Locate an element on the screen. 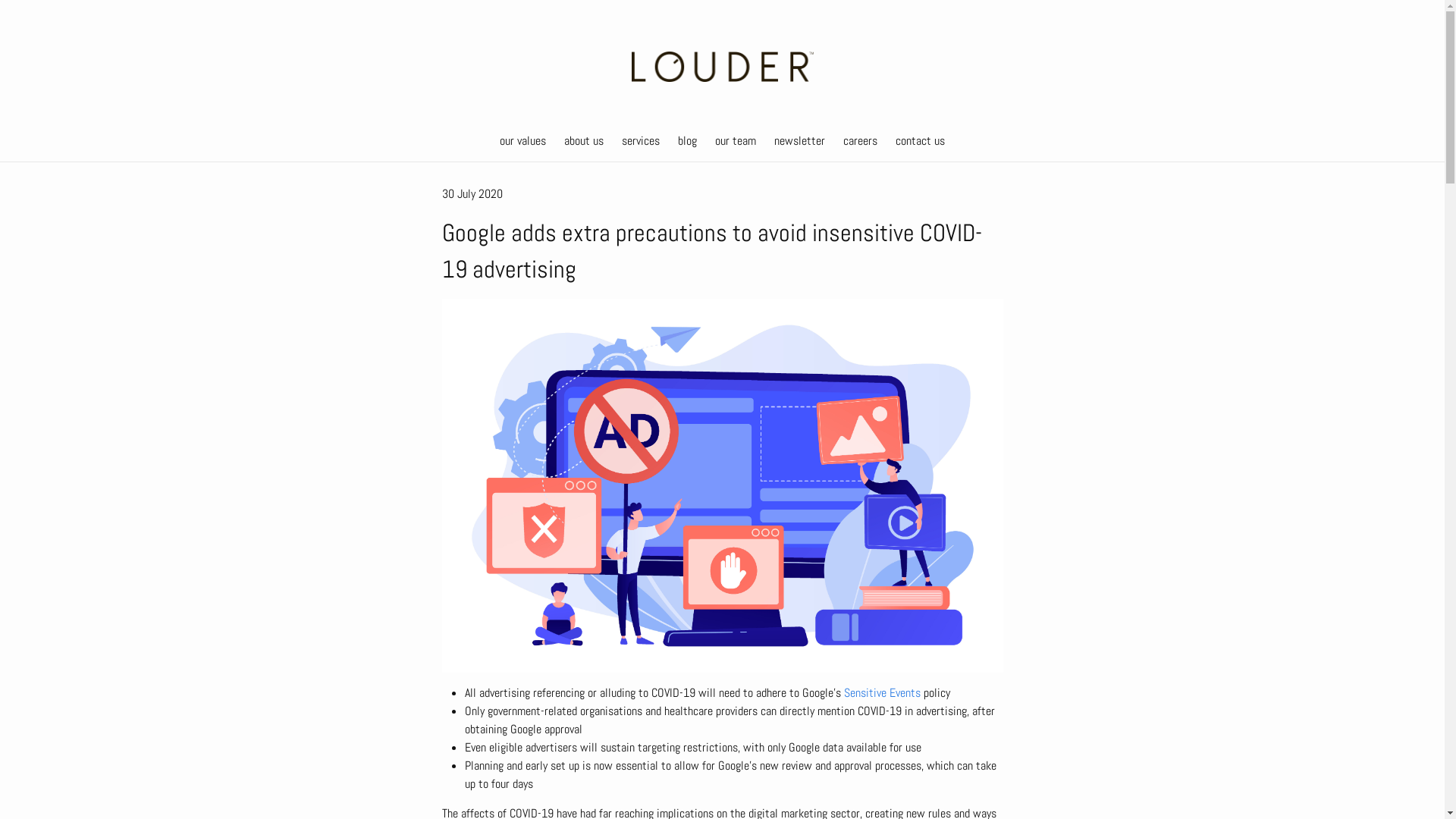 The width and height of the screenshot is (1456, 819). 'careers' is located at coordinates (860, 140).